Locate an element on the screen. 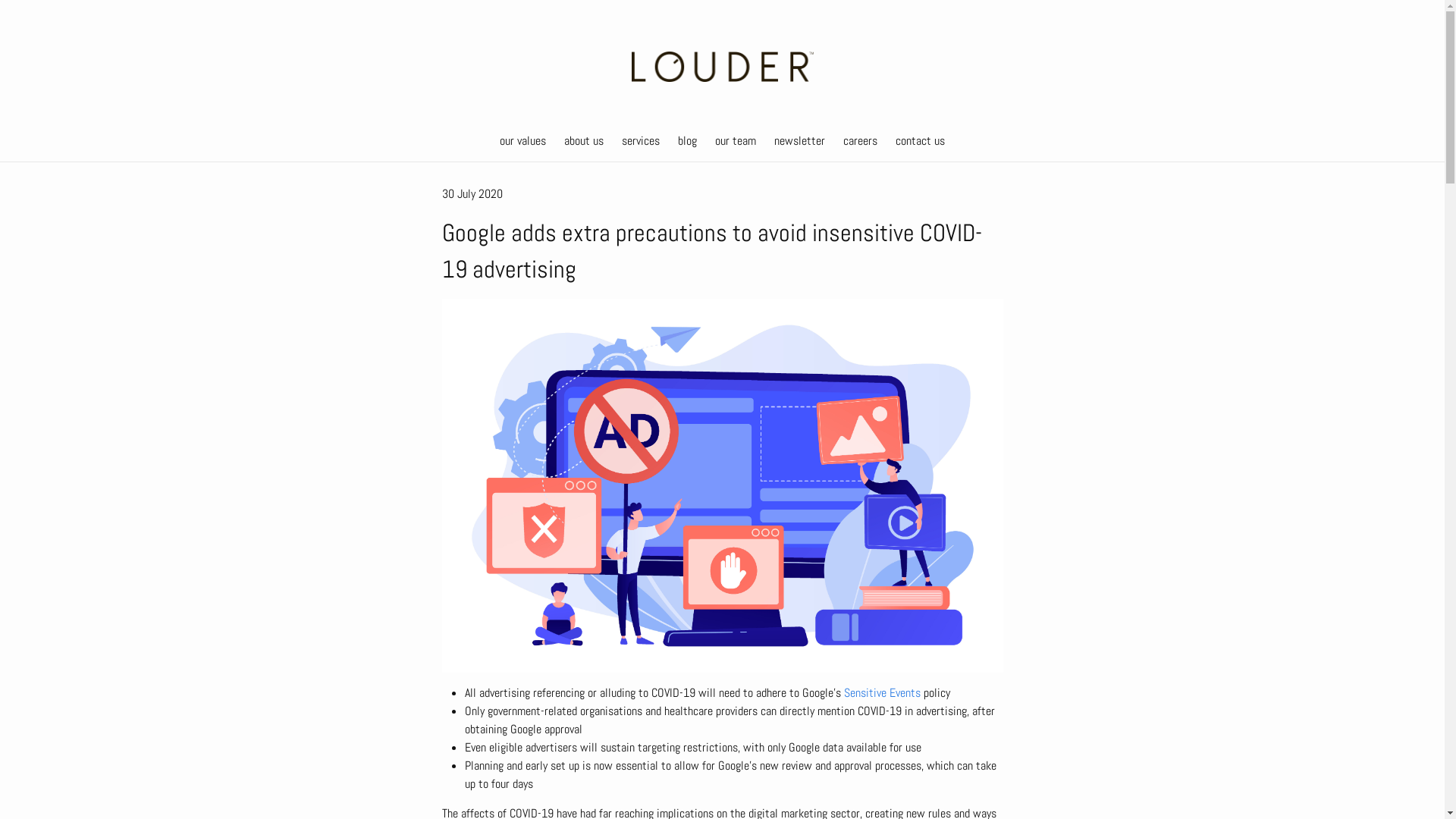 The width and height of the screenshot is (1456, 819). 'careers' is located at coordinates (860, 140).